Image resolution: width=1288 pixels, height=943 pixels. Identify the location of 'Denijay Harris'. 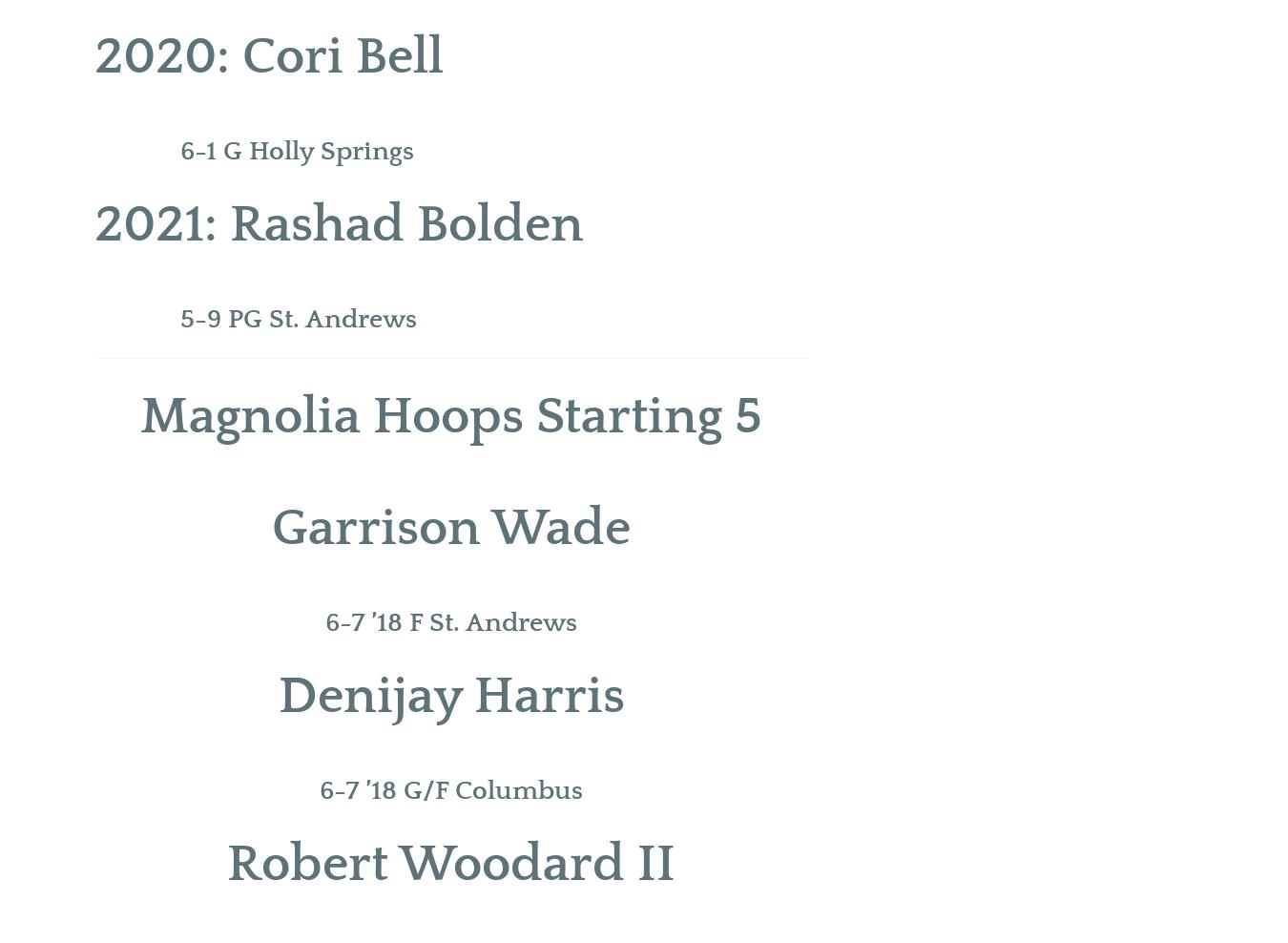
(449, 696).